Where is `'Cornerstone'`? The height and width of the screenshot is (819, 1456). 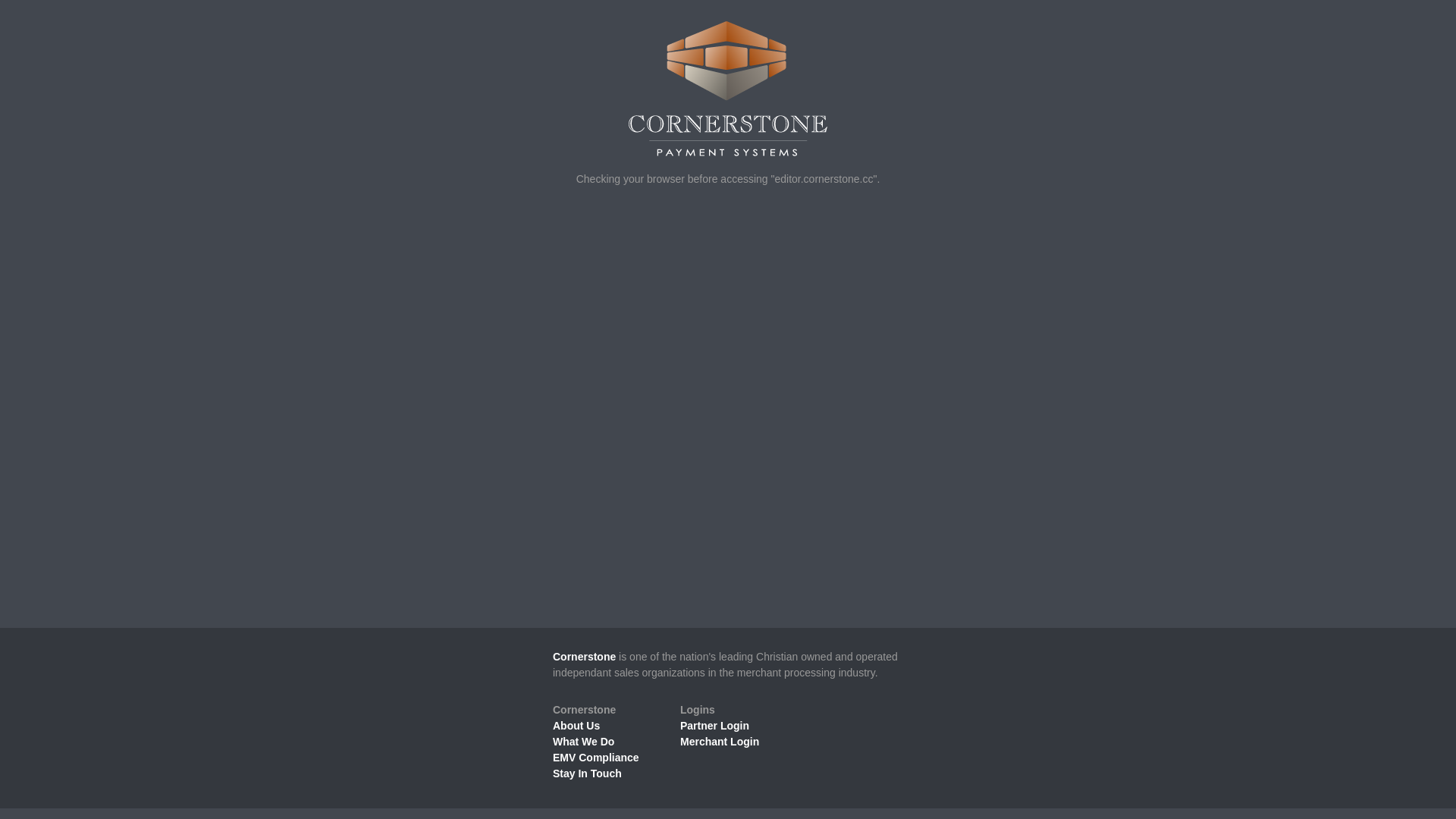
'Cornerstone' is located at coordinates (583, 656).